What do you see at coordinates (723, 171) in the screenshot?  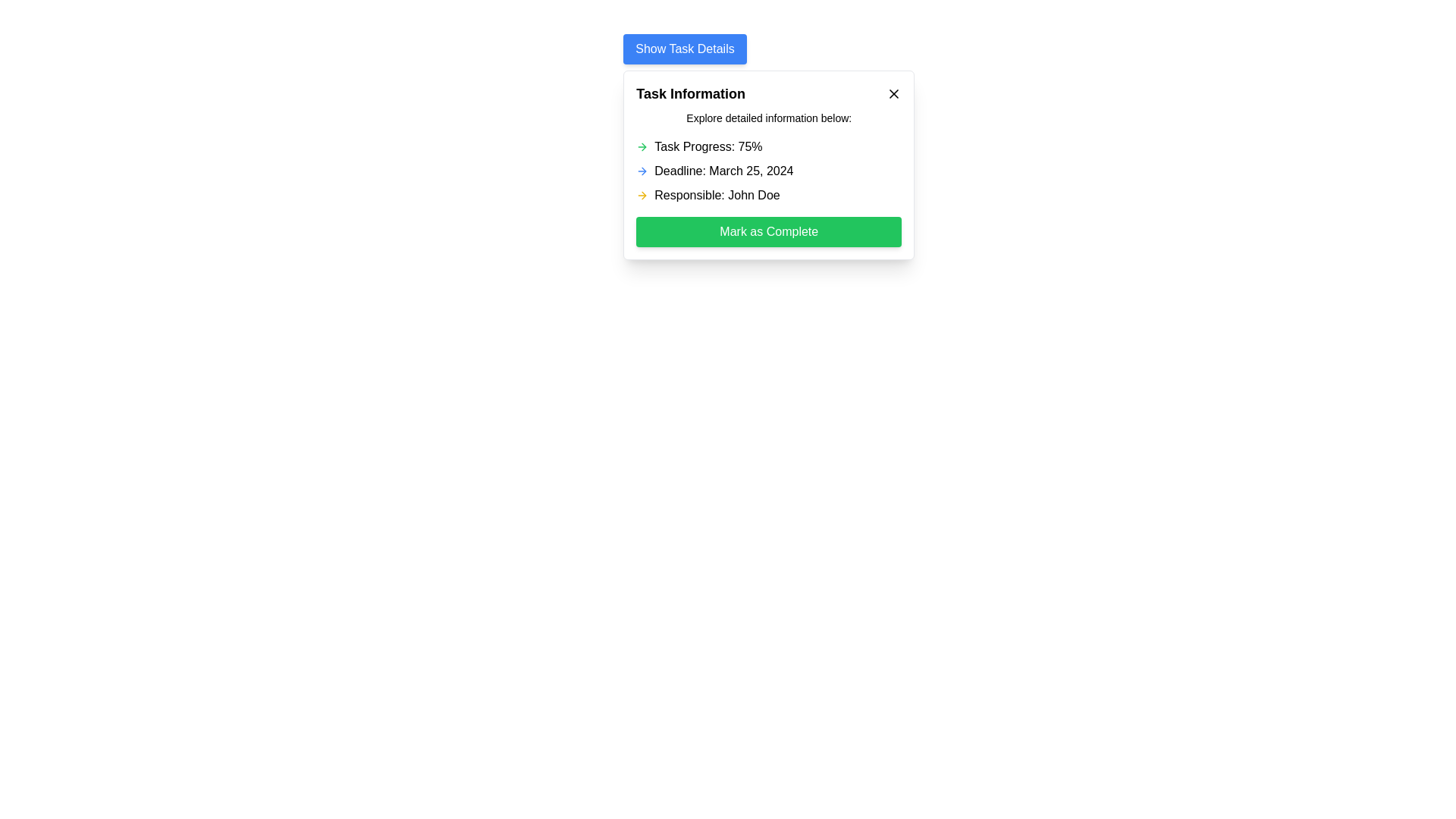 I see `the deadline information text label located in the 'Task Information' modal, which is positioned centrally below the 'Task Progress' information and above the 'Responsible' section` at bounding box center [723, 171].